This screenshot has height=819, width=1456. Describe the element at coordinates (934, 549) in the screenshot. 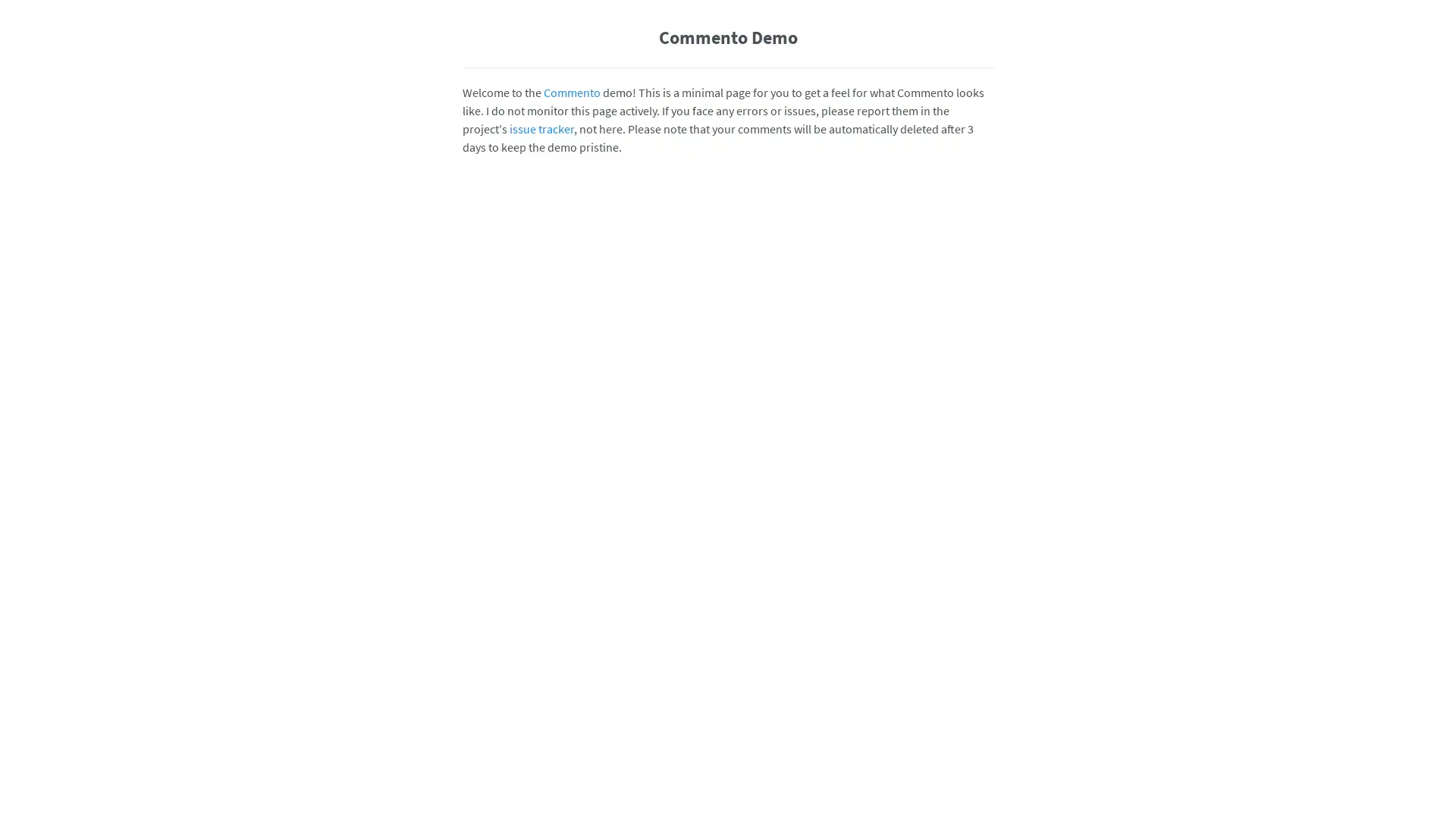

I see `Upvote` at that location.